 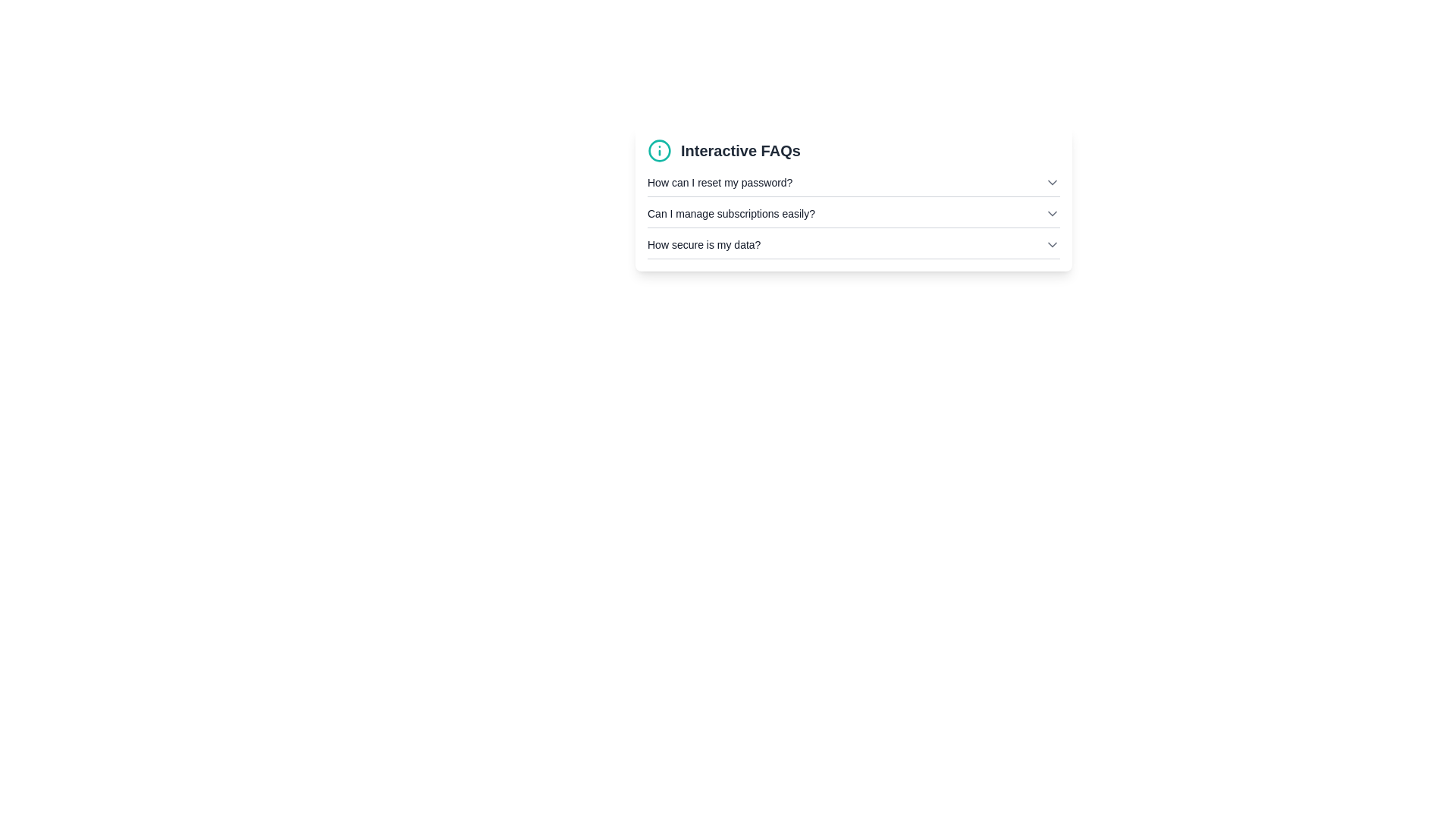 I want to click on the second Toggleable FAQ item, which expands or collapses additional details related to the question, so click(x=854, y=217).